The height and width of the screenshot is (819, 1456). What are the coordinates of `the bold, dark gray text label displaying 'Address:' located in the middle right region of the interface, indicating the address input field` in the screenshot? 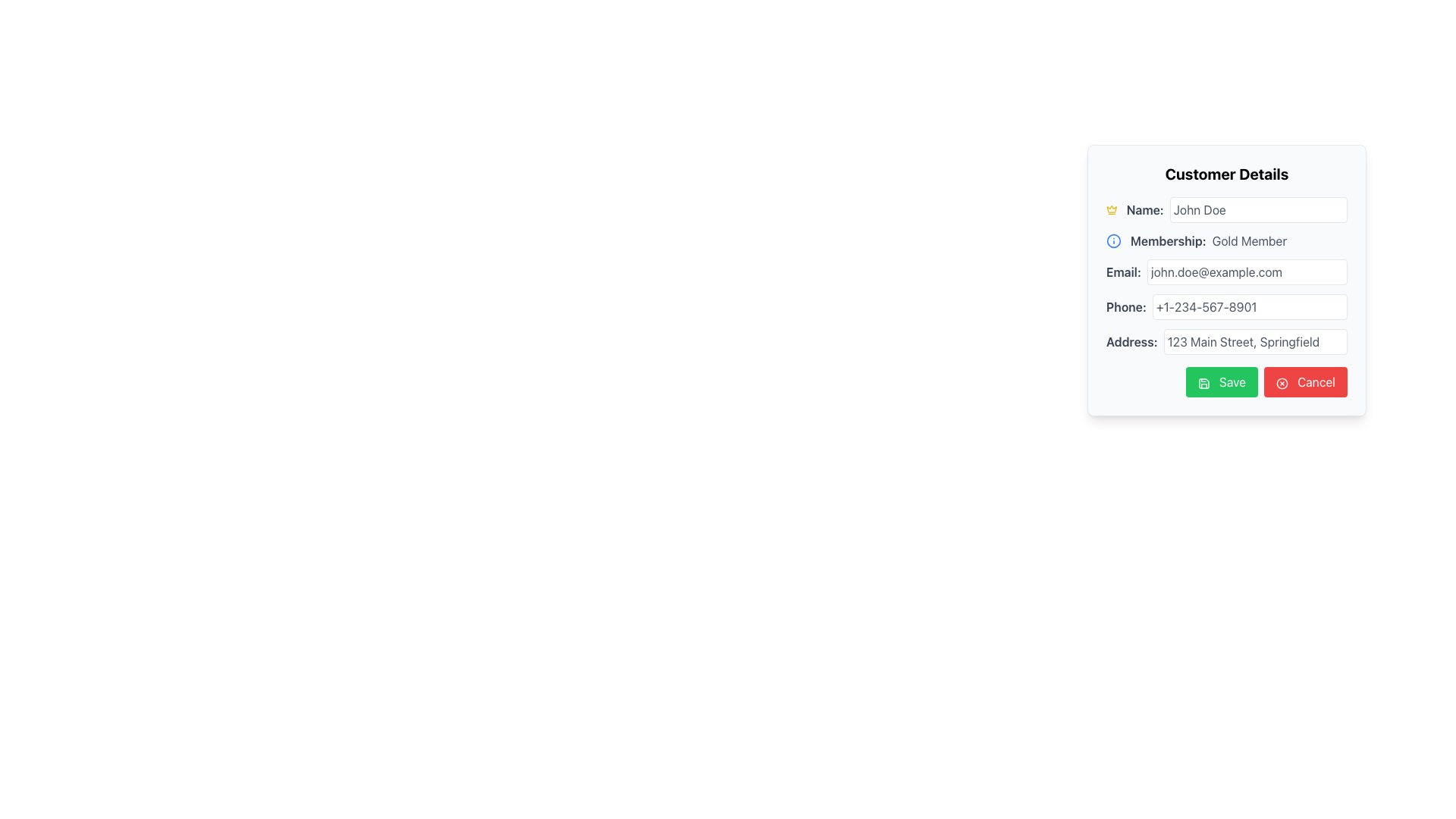 It's located at (1131, 342).